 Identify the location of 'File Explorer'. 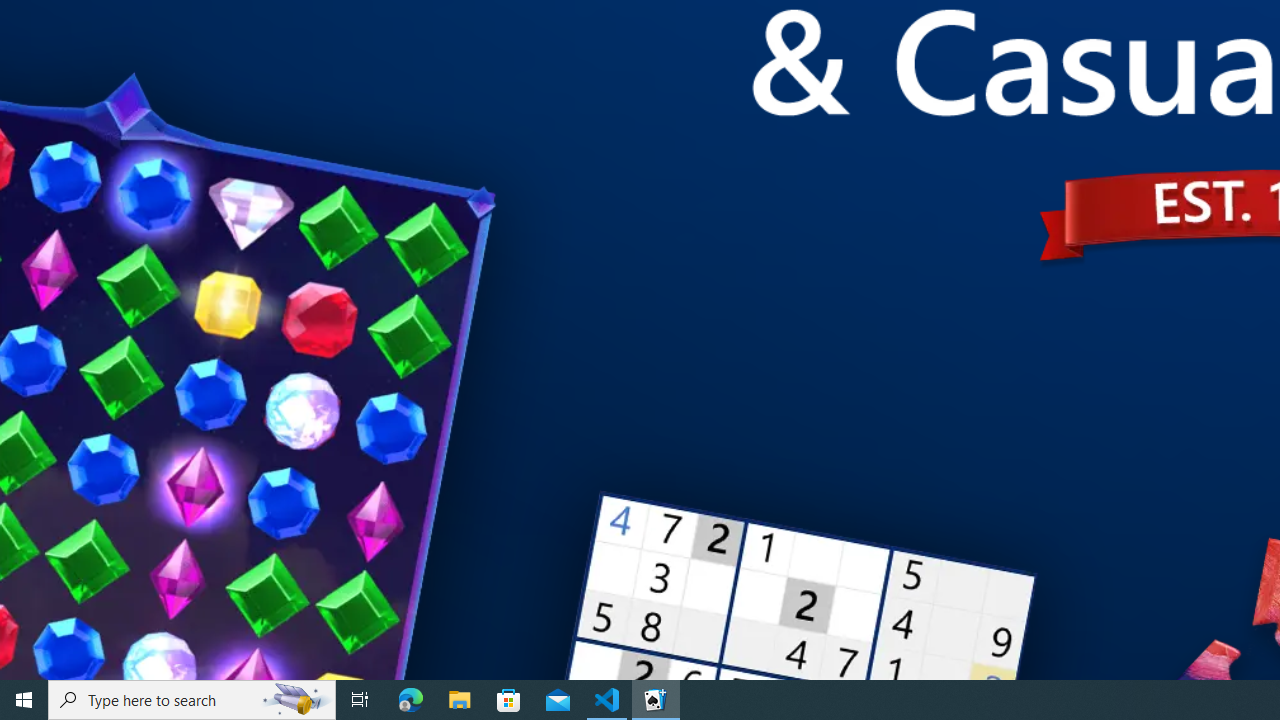
(459, 698).